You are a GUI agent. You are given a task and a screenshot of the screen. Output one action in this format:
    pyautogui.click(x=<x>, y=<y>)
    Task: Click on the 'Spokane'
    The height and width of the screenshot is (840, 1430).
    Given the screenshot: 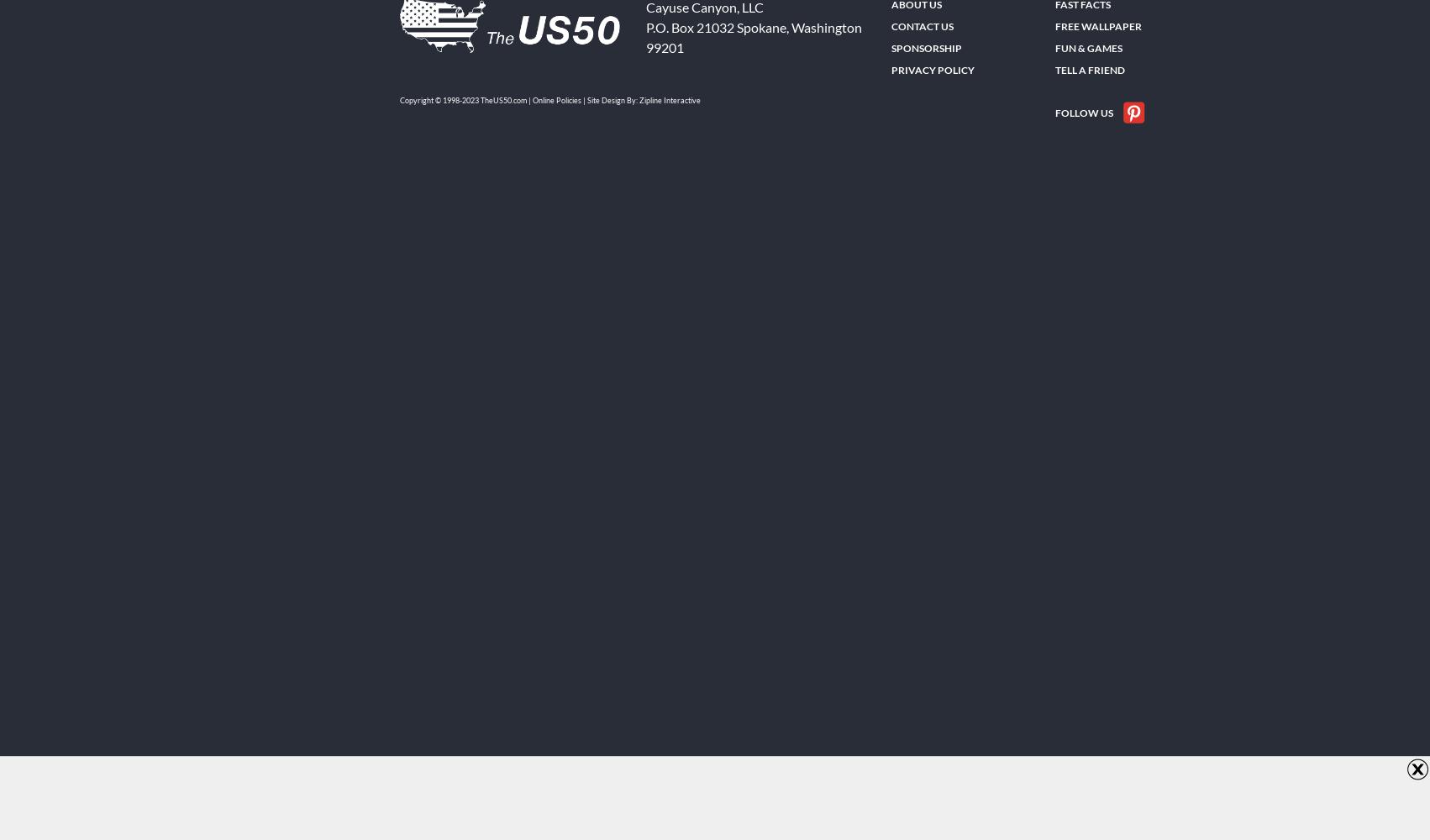 What is the action you would take?
    pyautogui.click(x=736, y=27)
    